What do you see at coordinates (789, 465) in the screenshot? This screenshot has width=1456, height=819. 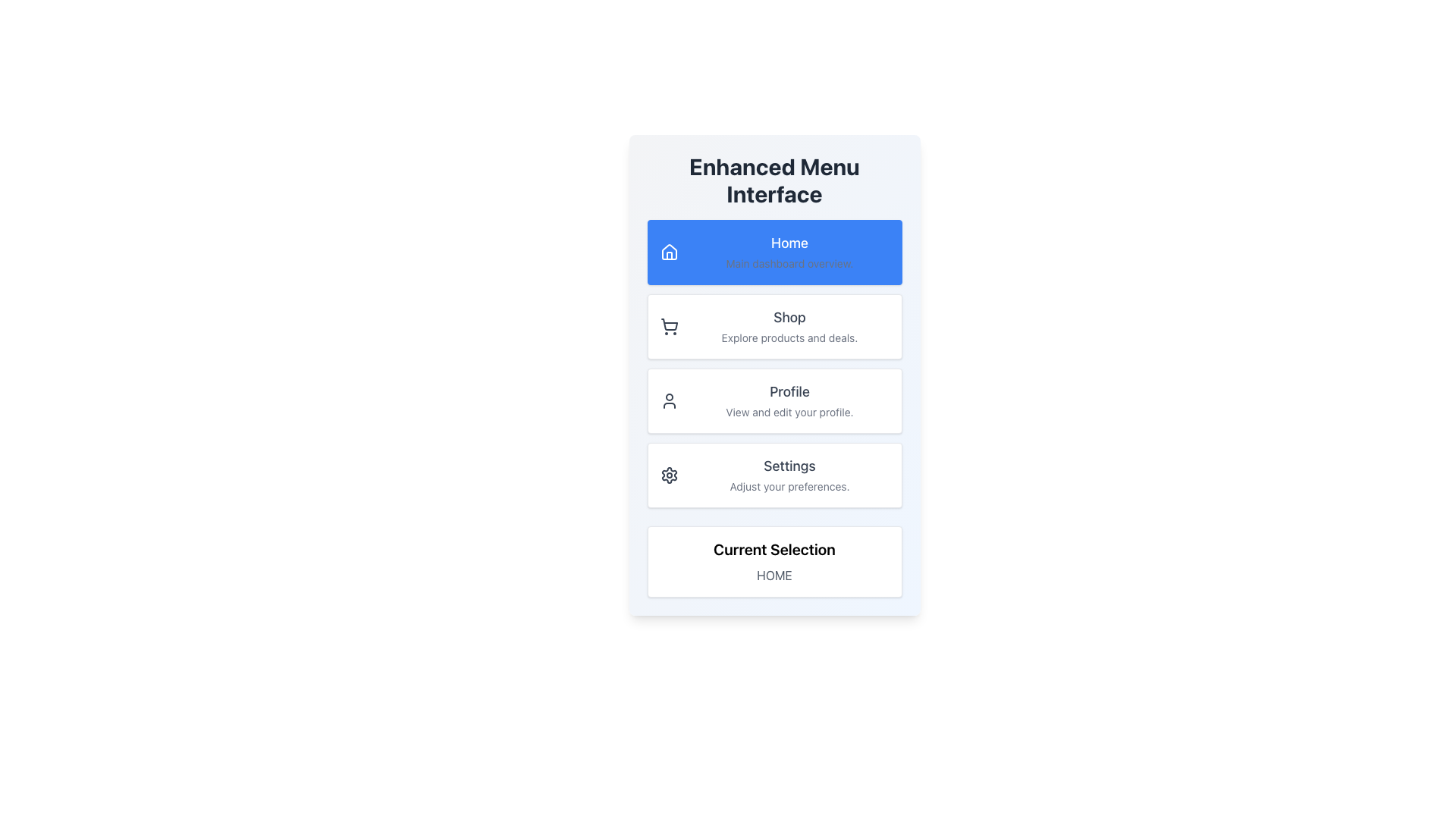 I see `the static text label that serves as a heading for the 'Settings' menu section, located at the center of the fourth section in the vertically stacked menu` at bounding box center [789, 465].